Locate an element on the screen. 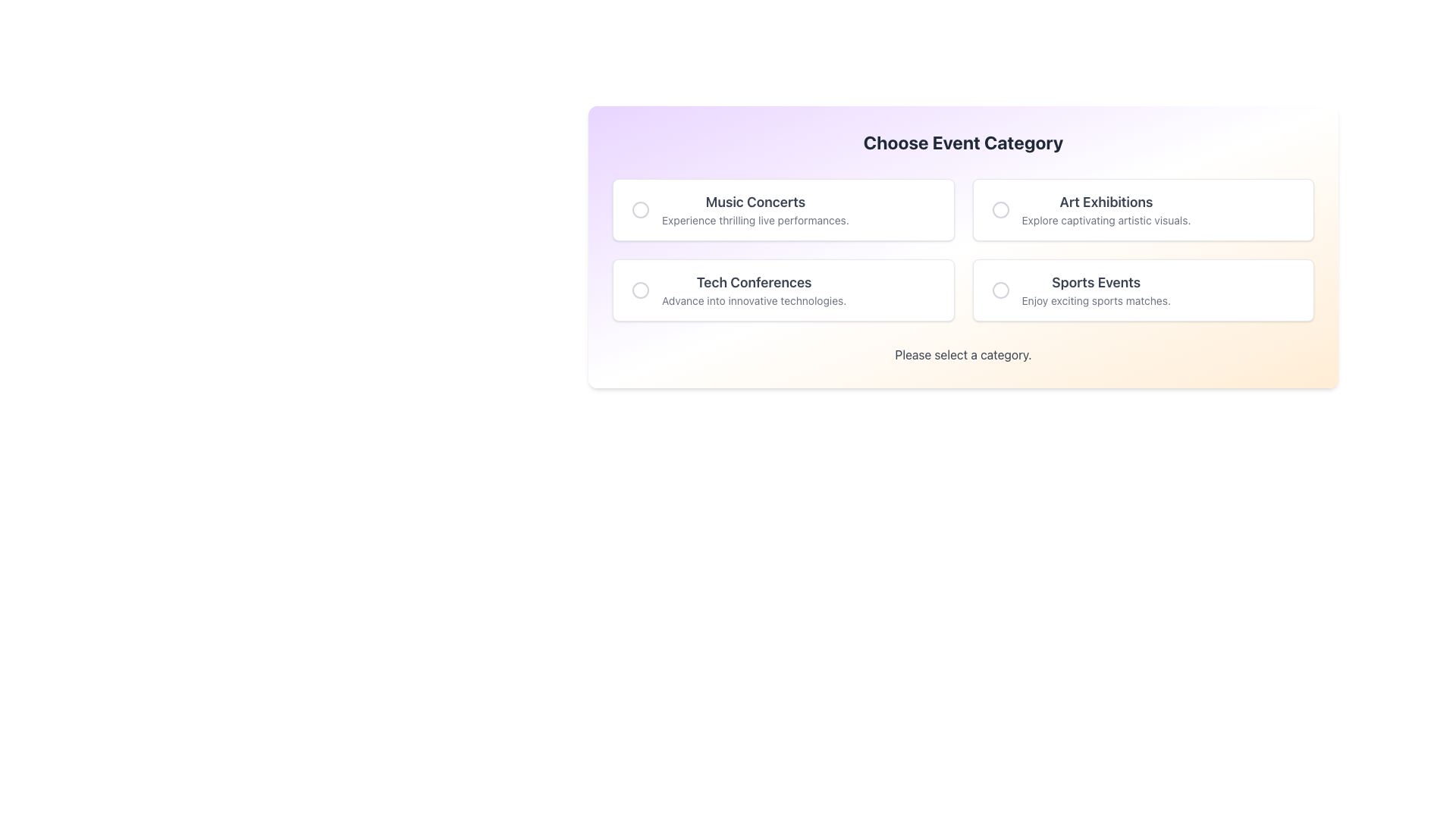 The width and height of the screenshot is (1456, 819). the radio button for the 'Music Concerts' category located to the left of the 'Music Concerts' text in the 'Choose Event Category' selection interface is located at coordinates (640, 210).